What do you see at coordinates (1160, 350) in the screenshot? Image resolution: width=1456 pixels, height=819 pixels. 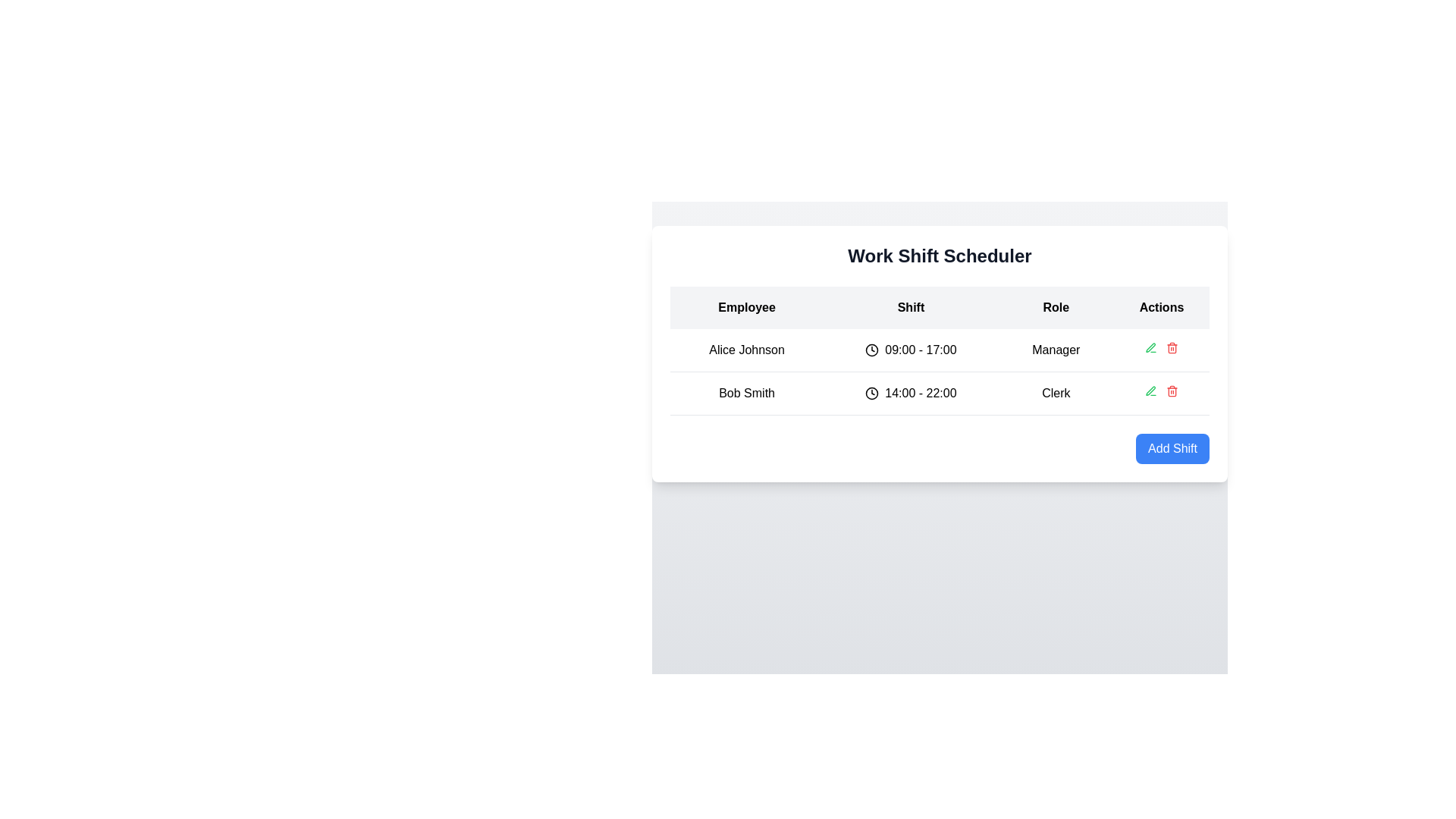 I see `the delete button/icon in the last cell of the row for 'Alice Johnson'` at bounding box center [1160, 350].